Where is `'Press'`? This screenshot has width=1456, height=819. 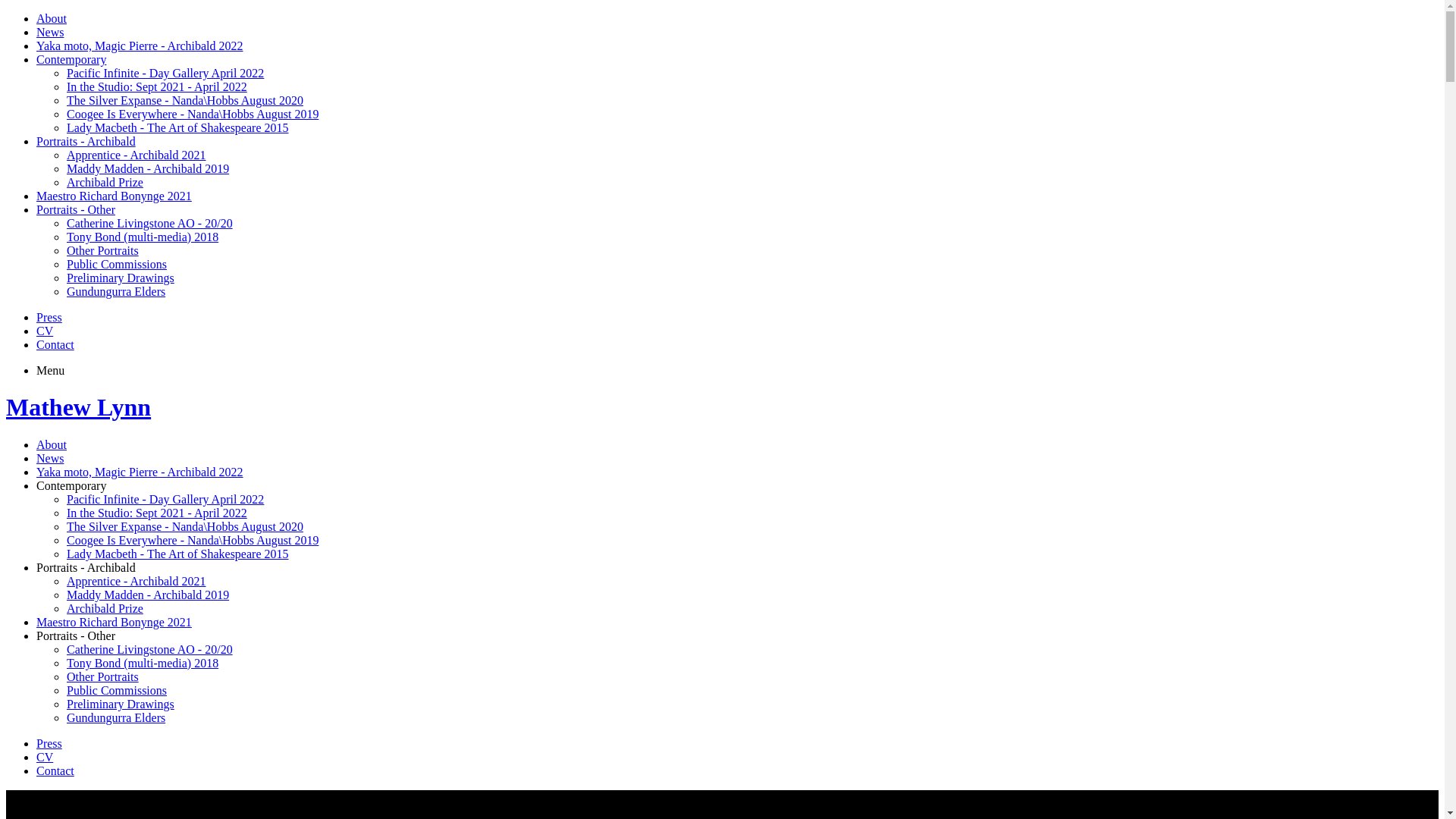
'Press' is located at coordinates (49, 316).